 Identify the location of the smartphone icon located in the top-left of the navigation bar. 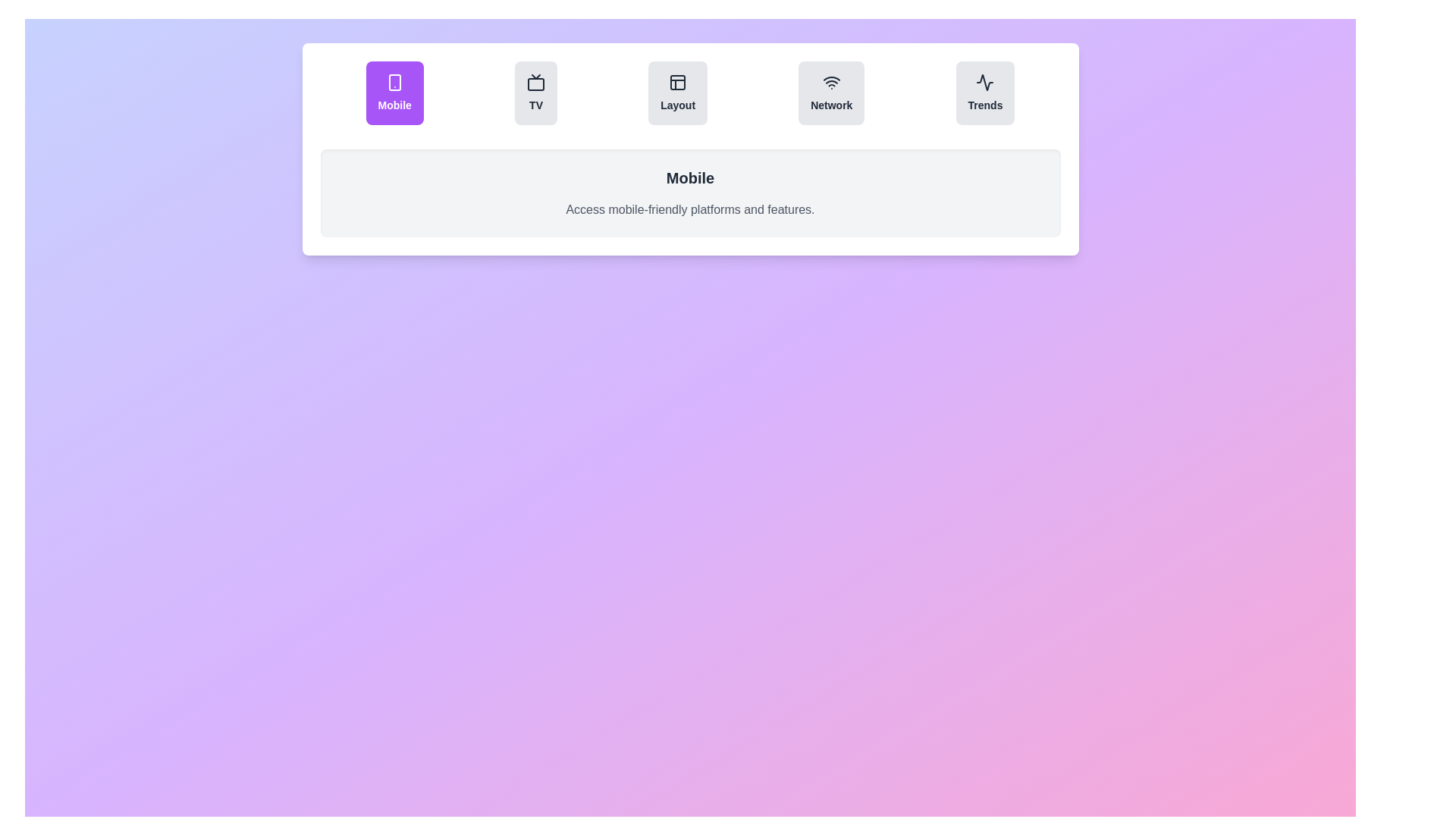
(394, 82).